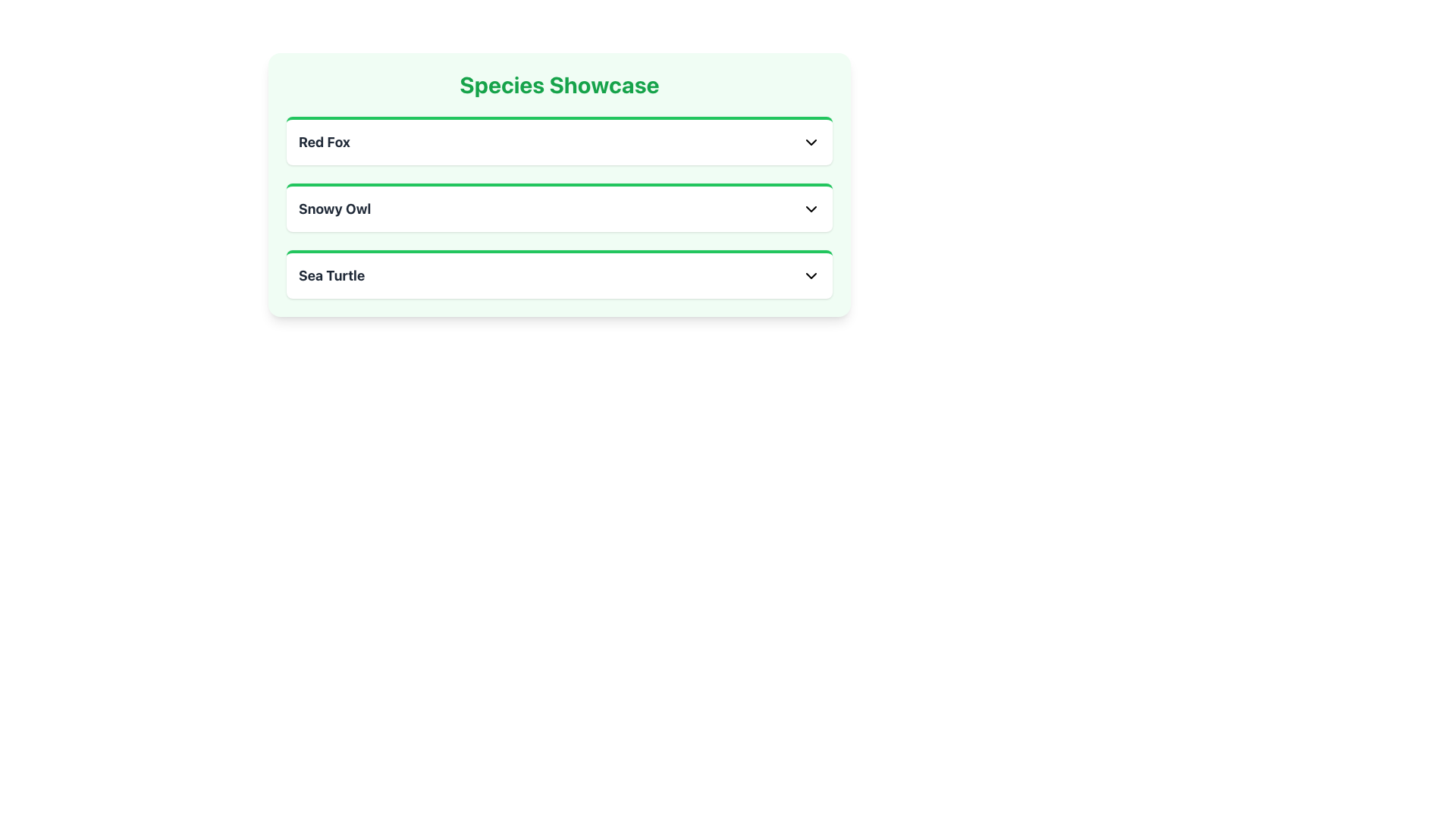 Image resolution: width=1456 pixels, height=819 pixels. What do you see at coordinates (331, 275) in the screenshot?
I see `the text label identifying the third entry in the species list, located centrally at the bottom of the vertical list` at bounding box center [331, 275].